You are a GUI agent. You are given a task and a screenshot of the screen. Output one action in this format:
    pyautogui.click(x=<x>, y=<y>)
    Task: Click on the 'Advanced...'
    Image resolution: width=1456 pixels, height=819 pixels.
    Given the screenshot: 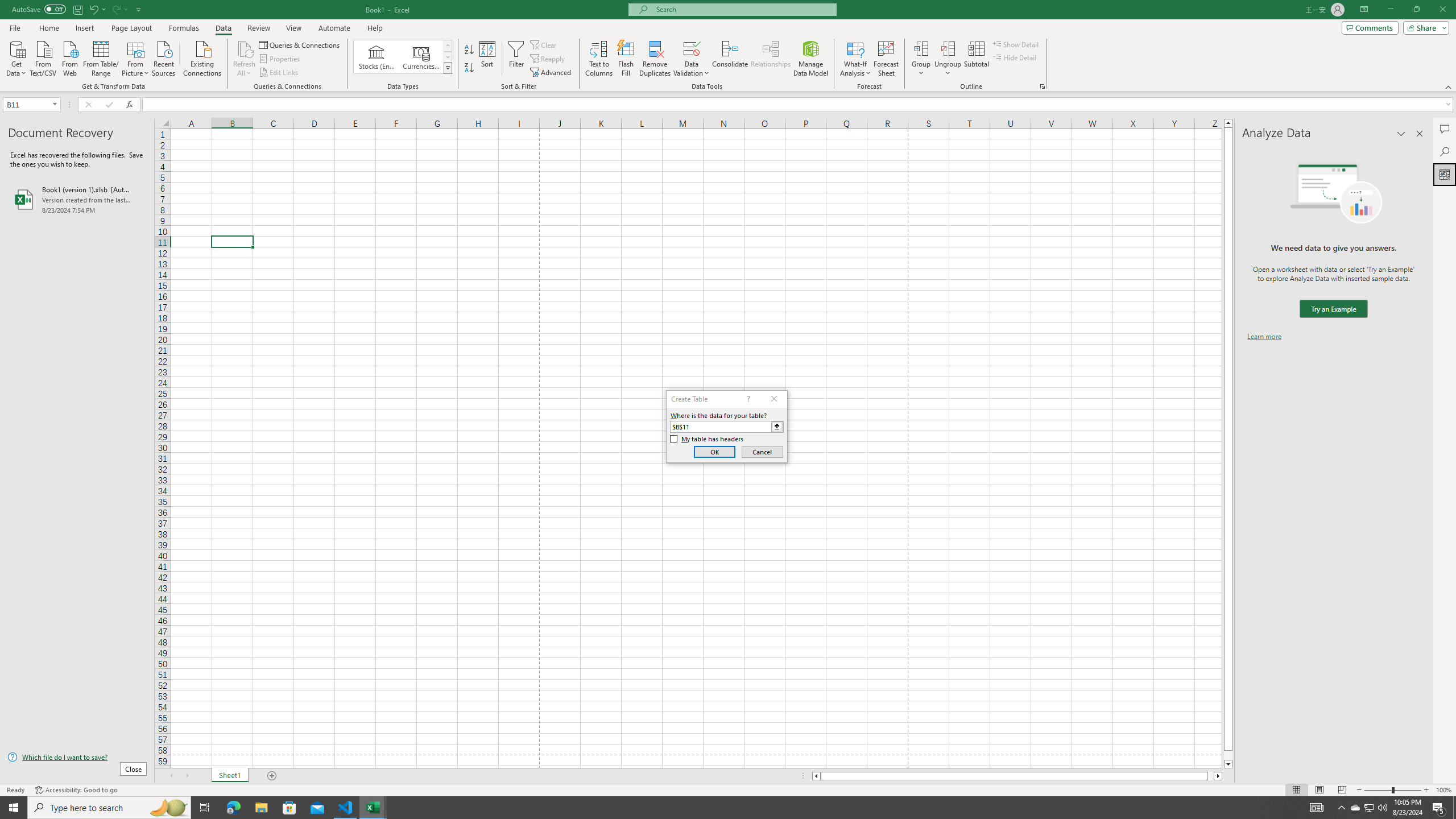 What is the action you would take?
    pyautogui.click(x=552, y=72)
    